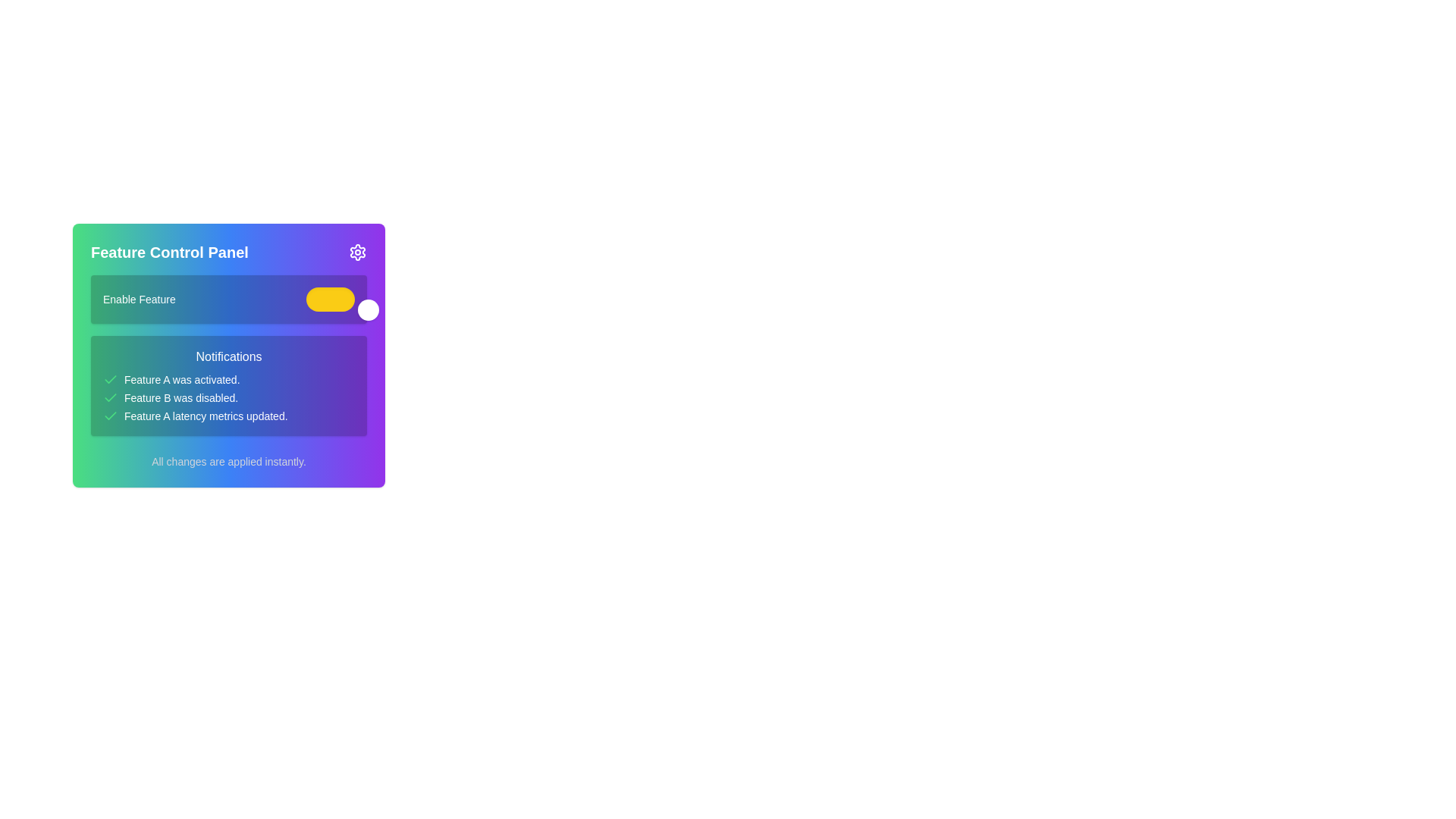  Describe the element at coordinates (228, 299) in the screenshot. I see `the 'Enable Feature' toggle switch located in the Feature Control Panel section, positioned above 'Notifications'` at that location.